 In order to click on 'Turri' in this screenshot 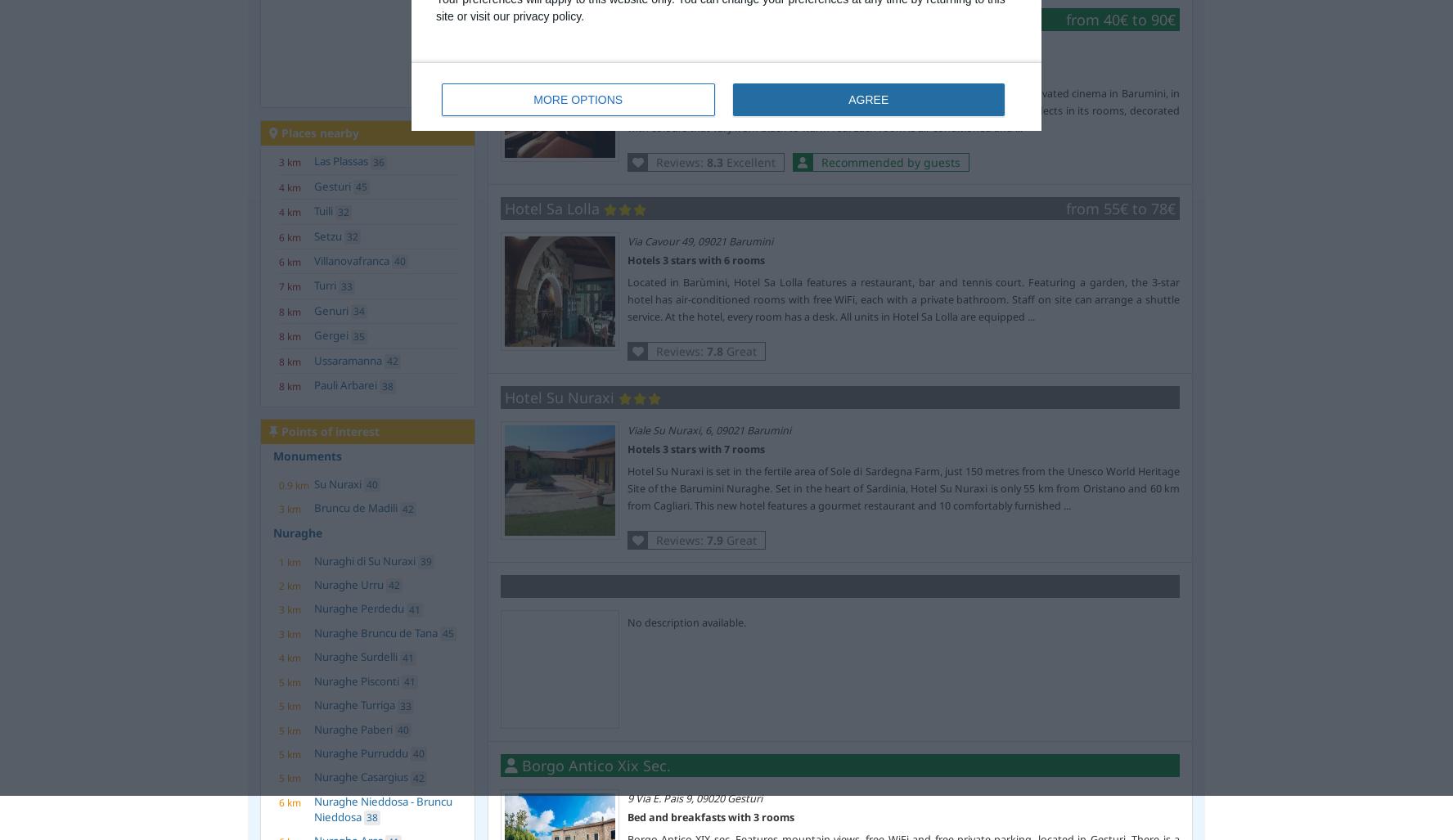, I will do `click(325, 285)`.